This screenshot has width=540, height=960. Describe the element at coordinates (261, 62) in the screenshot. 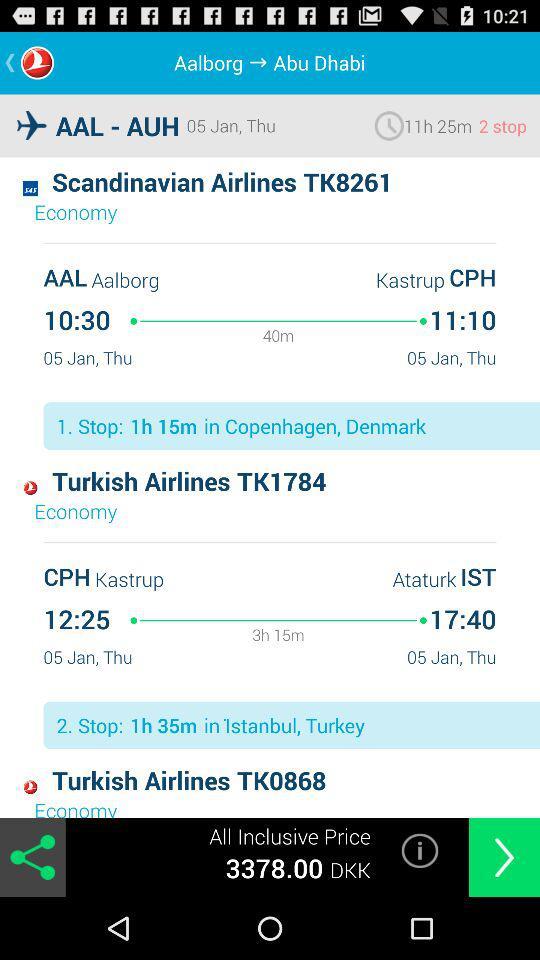

I see `the button which is right side of the aalborg` at that location.